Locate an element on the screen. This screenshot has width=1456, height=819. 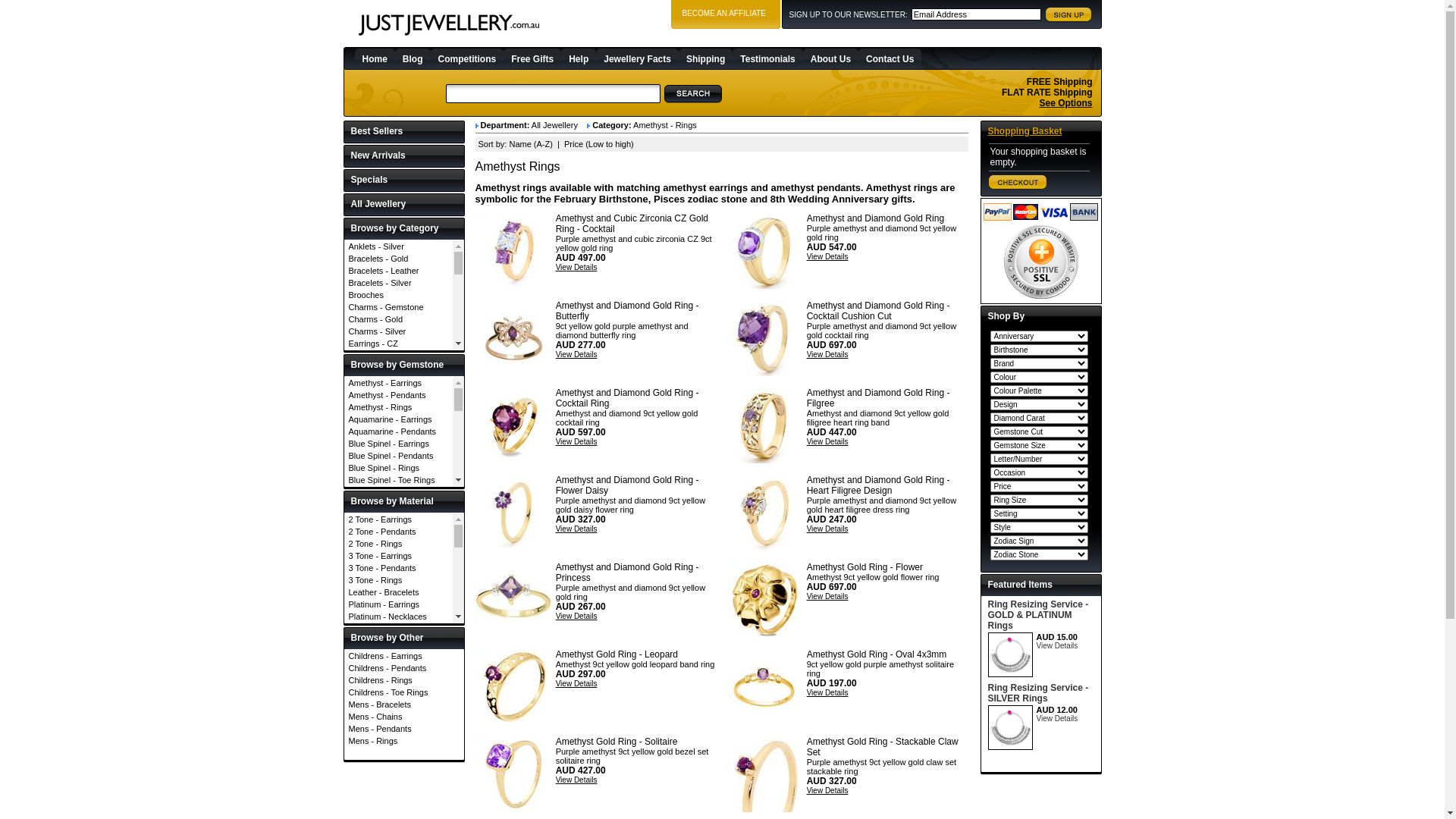
'Childrens - Toe Rings' is located at coordinates (403, 692).